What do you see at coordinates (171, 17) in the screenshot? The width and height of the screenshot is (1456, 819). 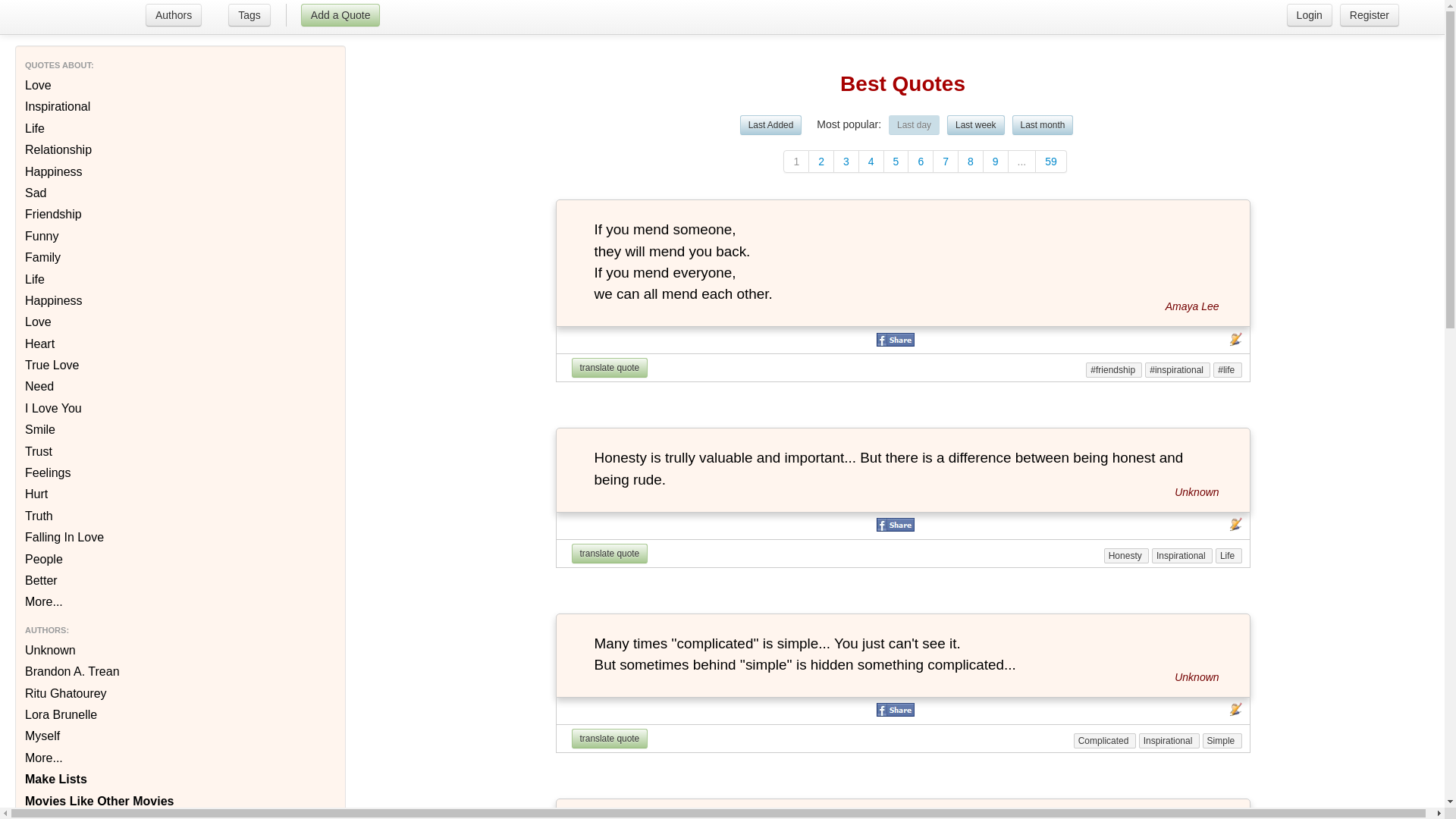 I see `'Authors'` at bounding box center [171, 17].